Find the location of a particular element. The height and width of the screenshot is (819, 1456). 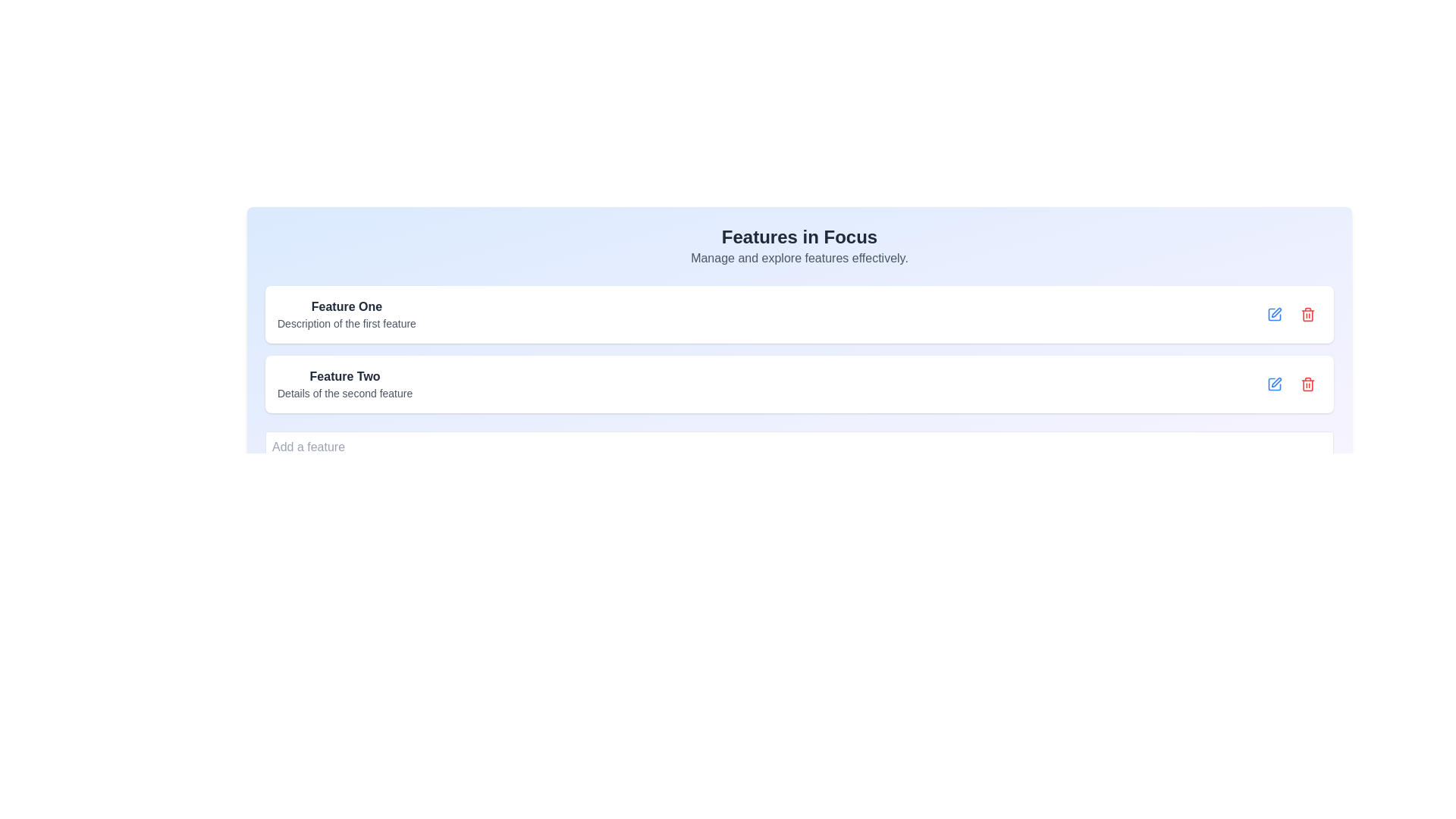

the horizontal action button group located at the right end of the row labeled 'Feature Two' is located at coordinates (1291, 383).